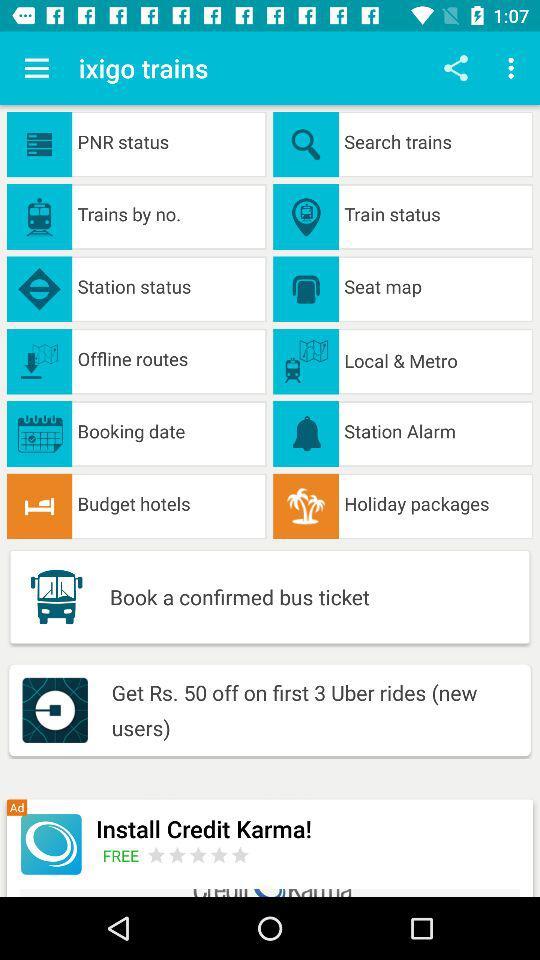 Image resolution: width=540 pixels, height=960 pixels. I want to click on share information, so click(455, 68).